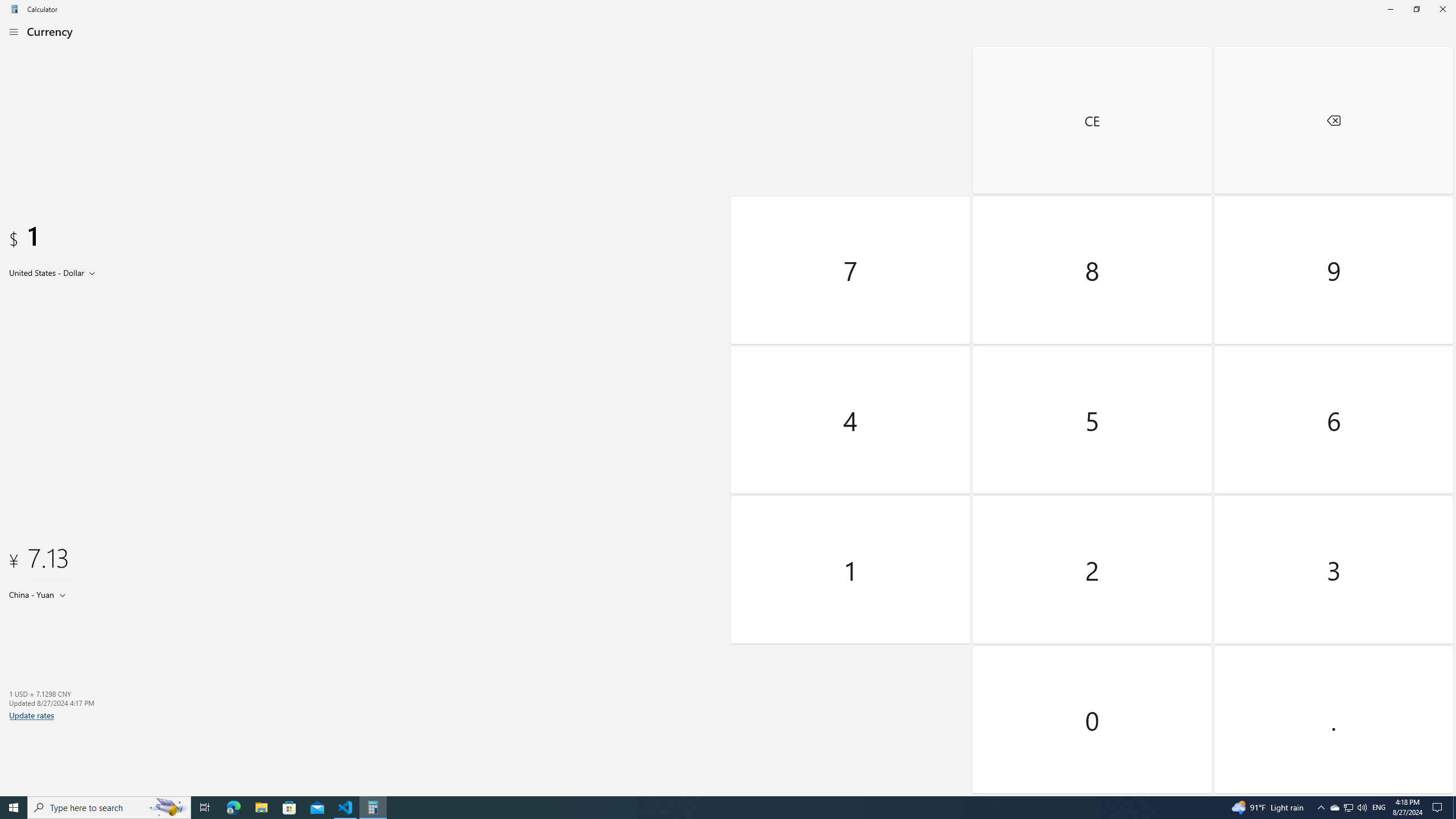 The height and width of the screenshot is (819, 1456). Describe the element at coordinates (32, 714) in the screenshot. I see `'Update rates'` at that location.